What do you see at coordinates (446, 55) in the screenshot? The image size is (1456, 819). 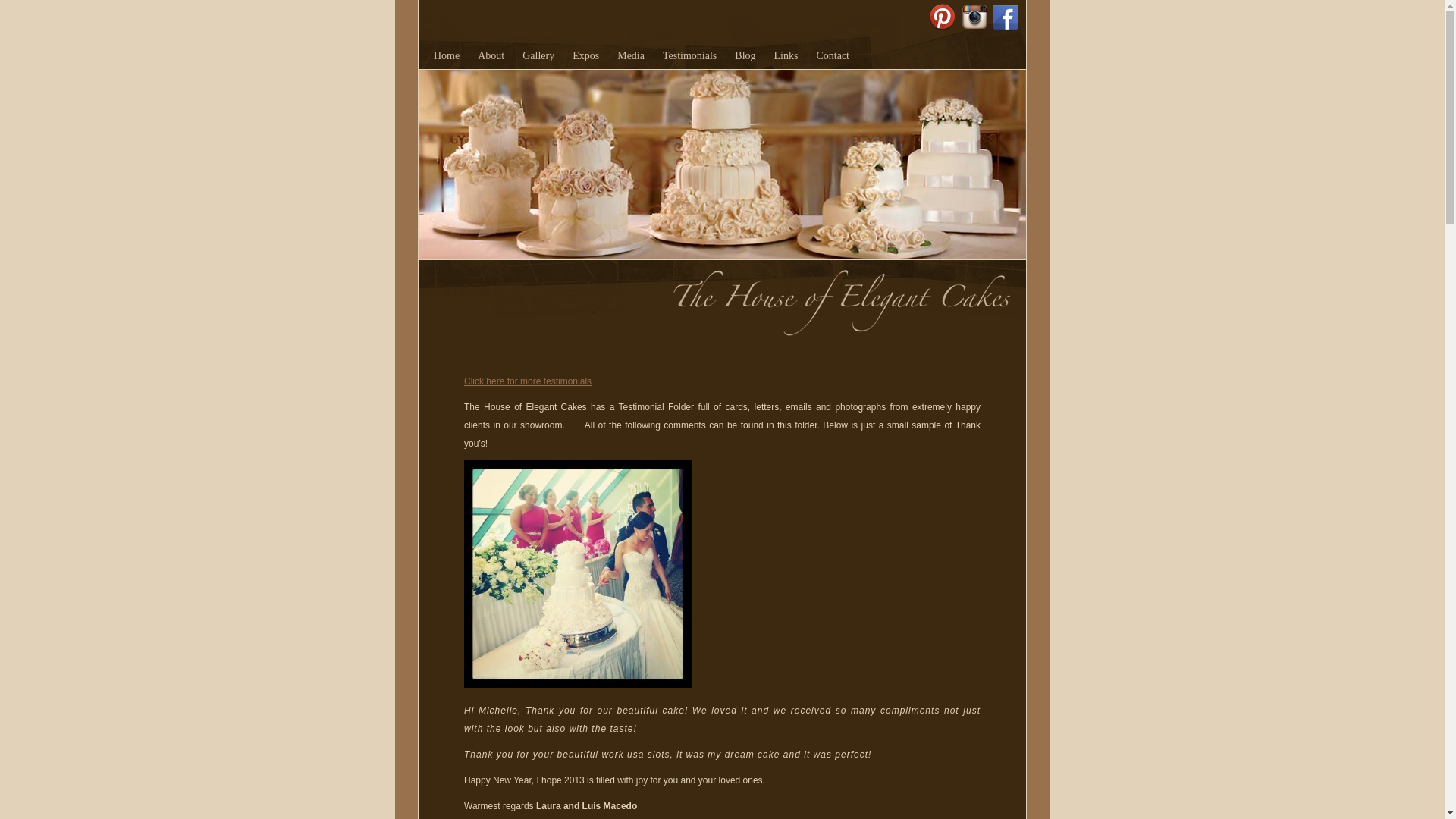 I see `'Home'` at bounding box center [446, 55].